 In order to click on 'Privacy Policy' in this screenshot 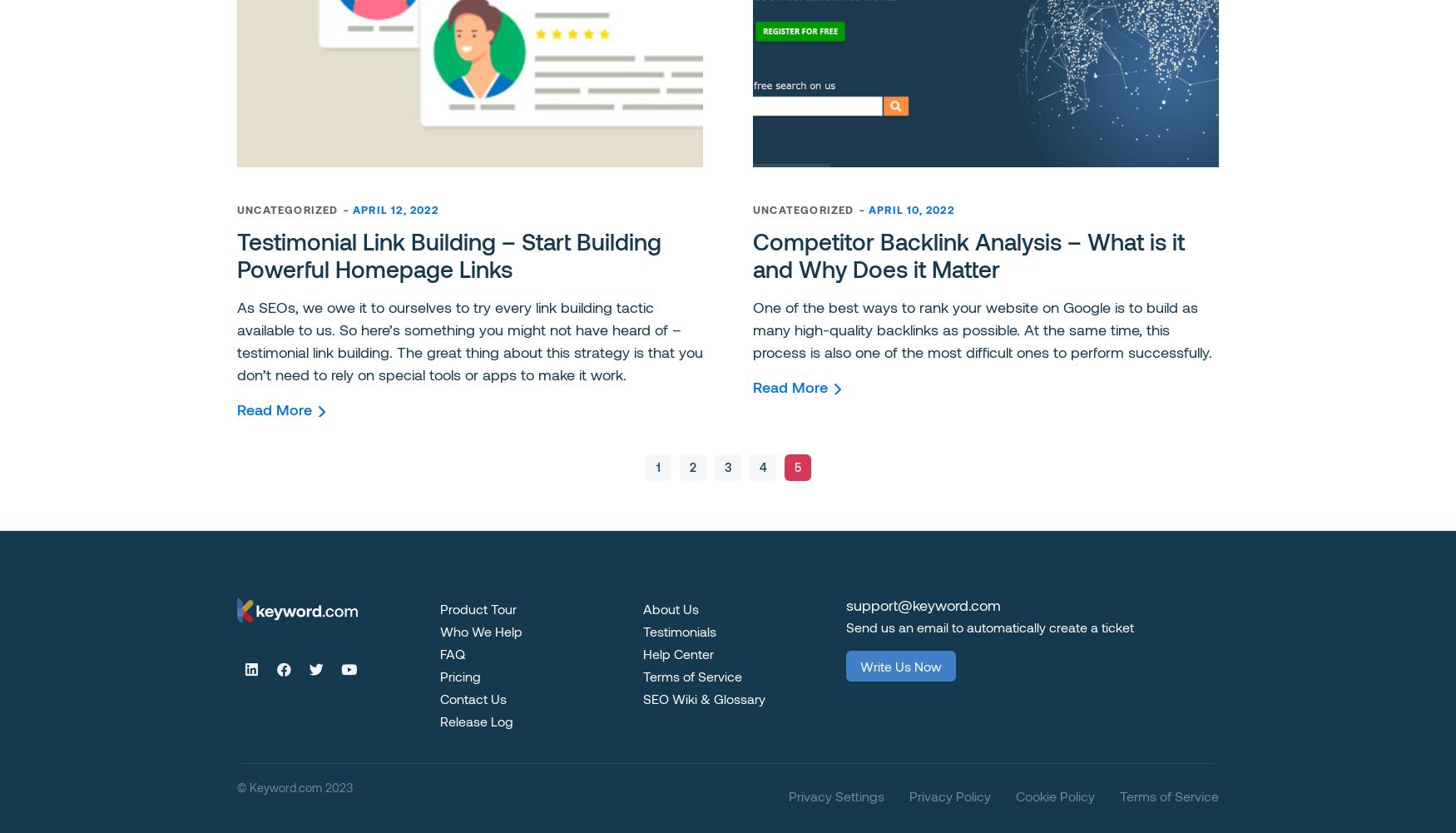, I will do `click(949, 795)`.